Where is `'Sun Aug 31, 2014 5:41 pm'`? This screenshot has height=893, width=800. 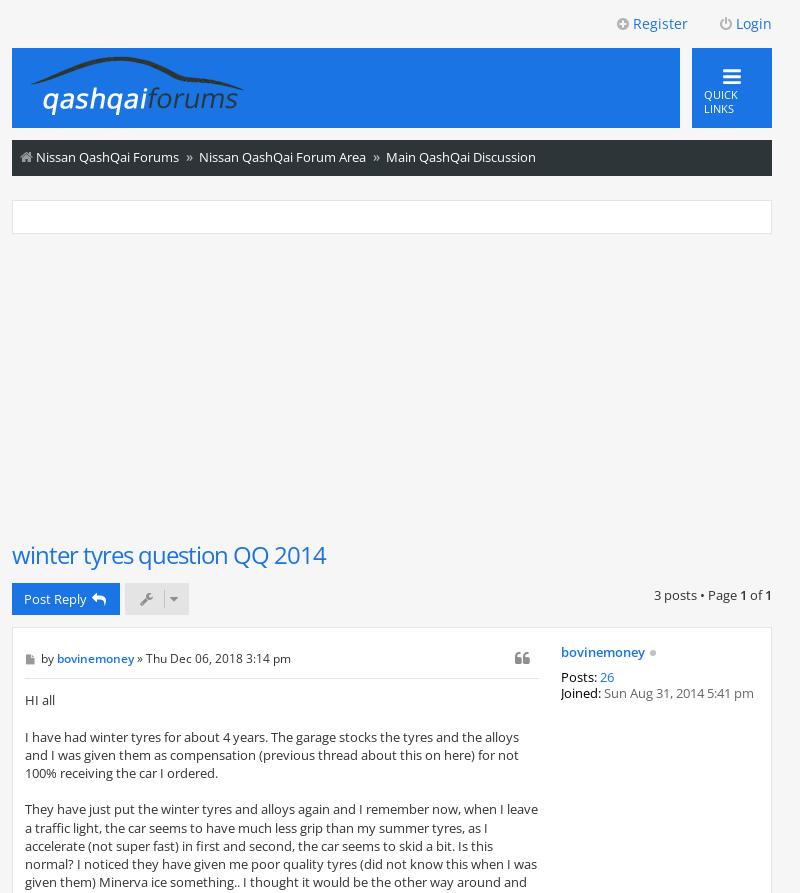 'Sun Aug 31, 2014 5:41 pm' is located at coordinates (677, 691).